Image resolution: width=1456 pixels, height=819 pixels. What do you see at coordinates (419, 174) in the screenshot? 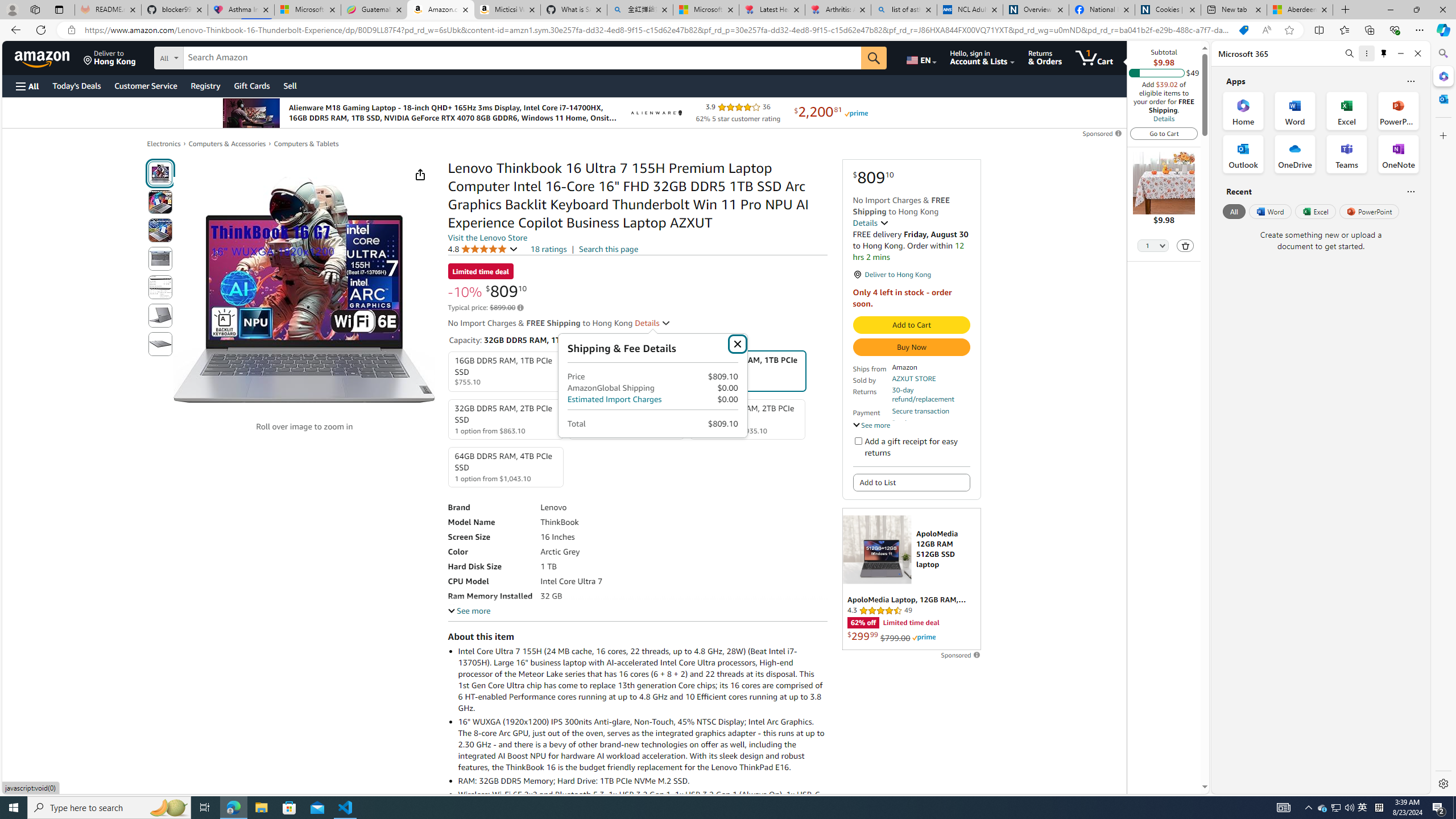
I see `'Share'` at bounding box center [419, 174].